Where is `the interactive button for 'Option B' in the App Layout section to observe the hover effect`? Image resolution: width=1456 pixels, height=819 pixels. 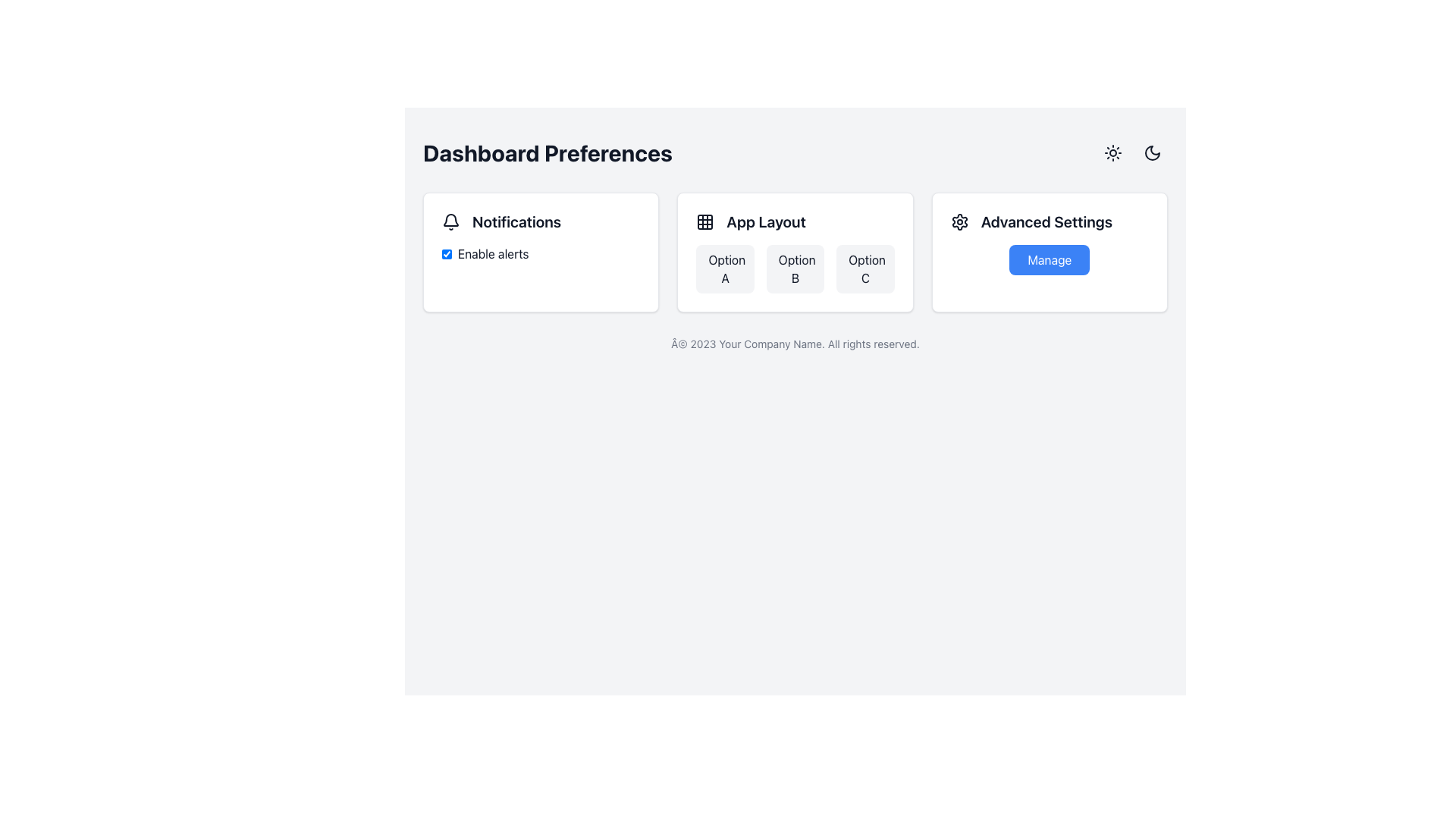
the interactive button for 'Option B' in the App Layout section to observe the hover effect is located at coordinates (794, 268).